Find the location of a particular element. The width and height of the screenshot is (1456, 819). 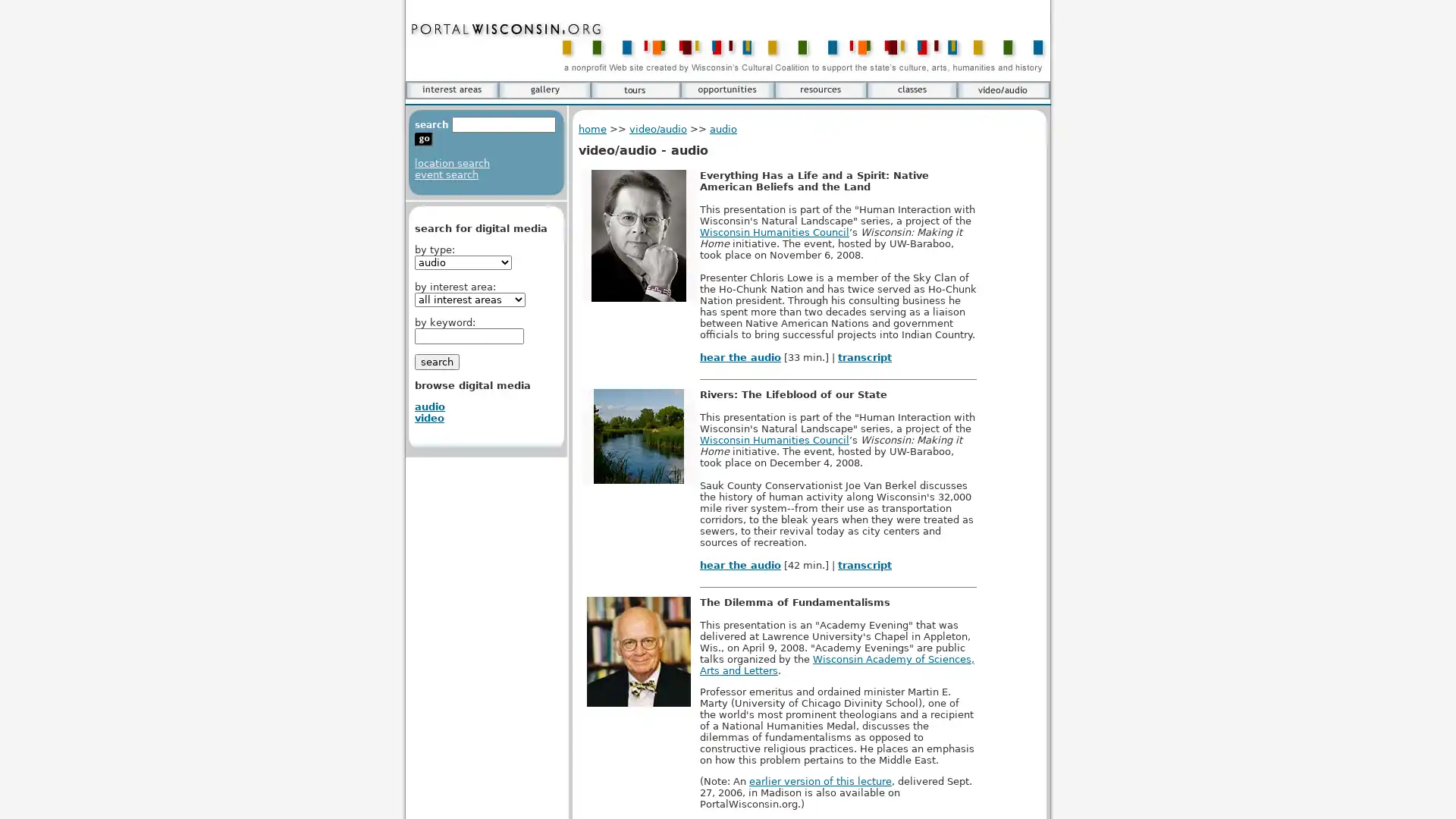

go is located at coordinates (423, 140).